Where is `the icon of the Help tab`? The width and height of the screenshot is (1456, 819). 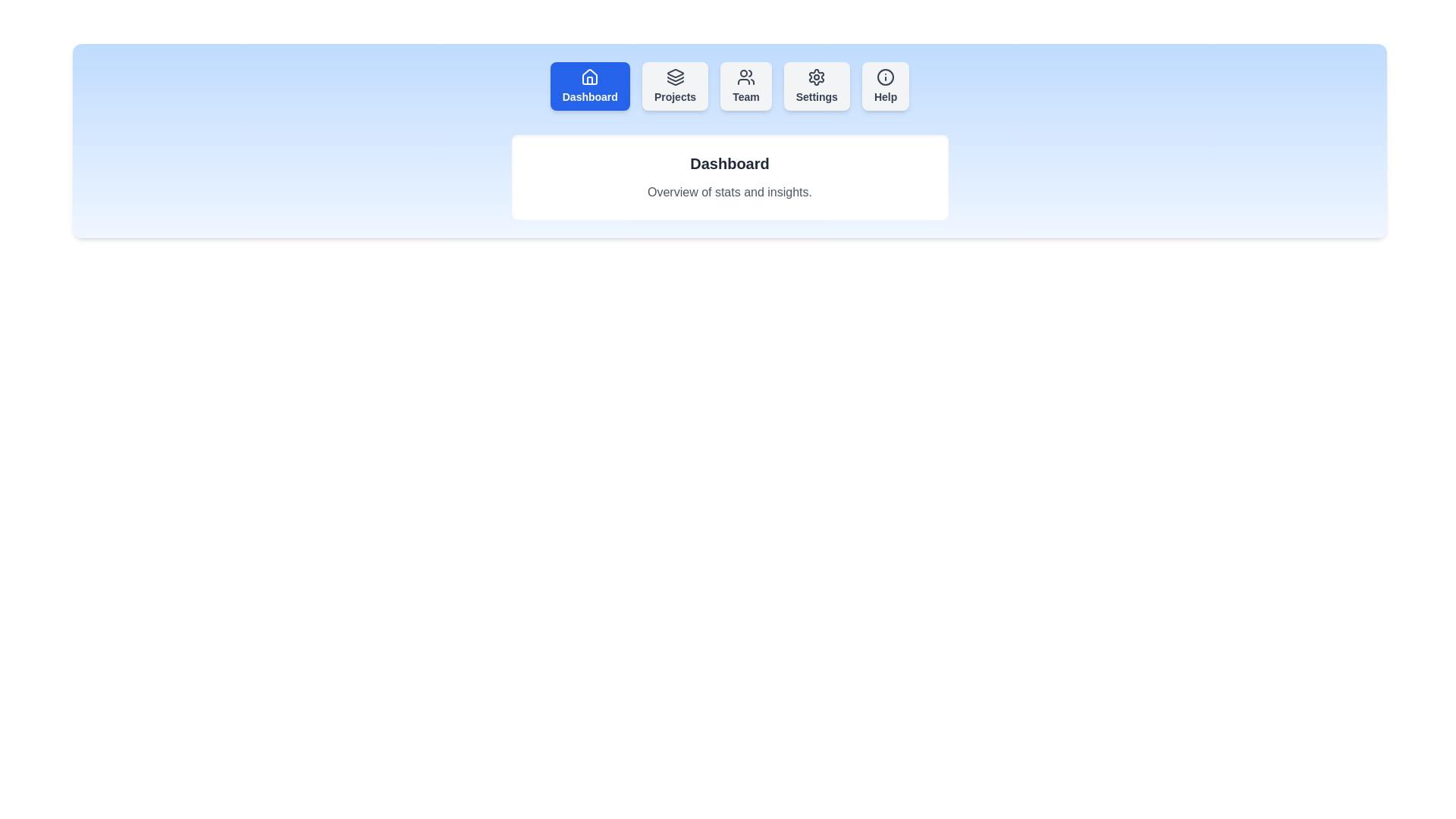
the icon of the Help tab is located at coordinates (886, 77).